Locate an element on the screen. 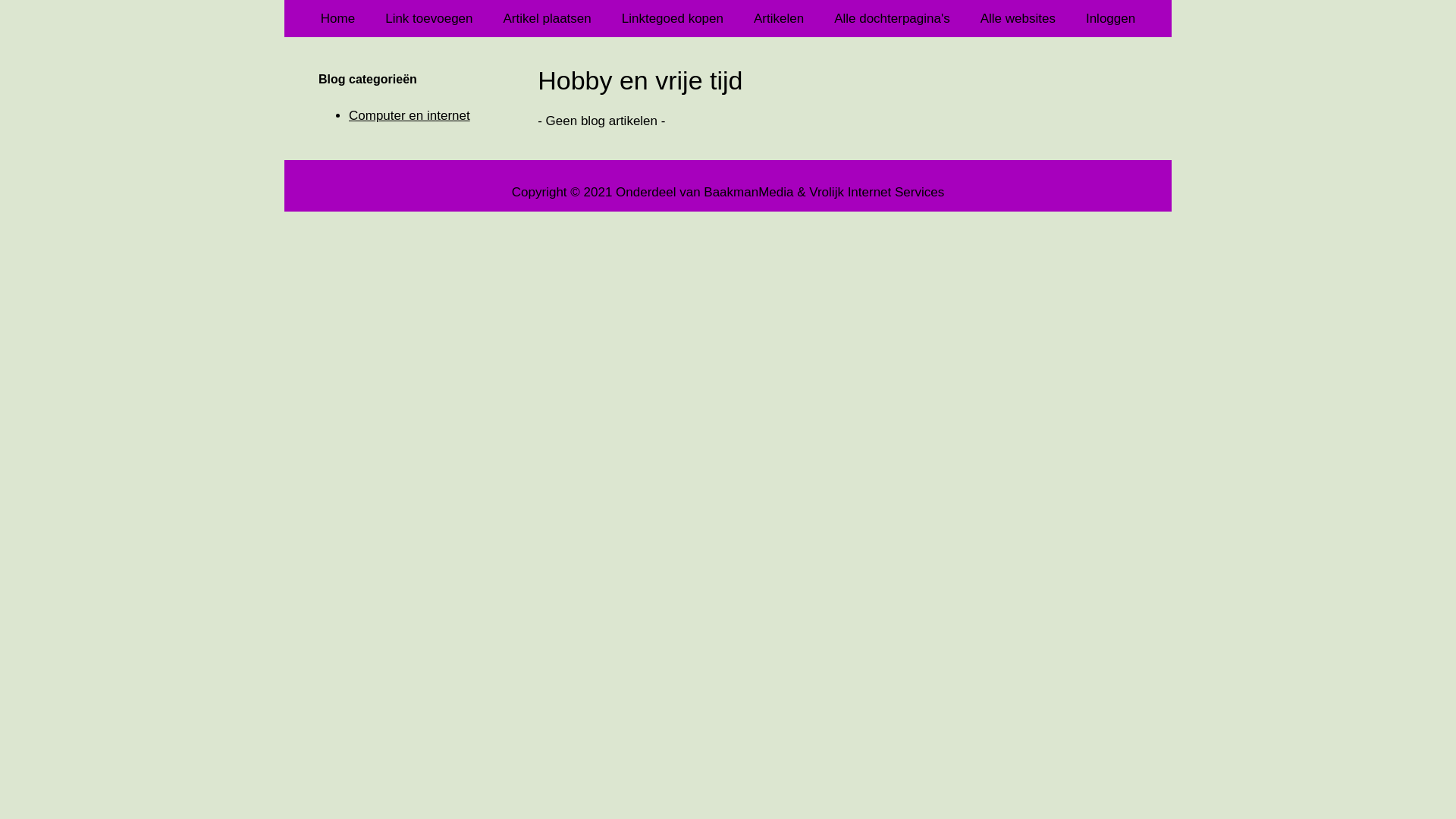 Image resolution: width=1456 pixels, height=819 pixels. 'Alle websites' is located at coordinates (1018, 18).